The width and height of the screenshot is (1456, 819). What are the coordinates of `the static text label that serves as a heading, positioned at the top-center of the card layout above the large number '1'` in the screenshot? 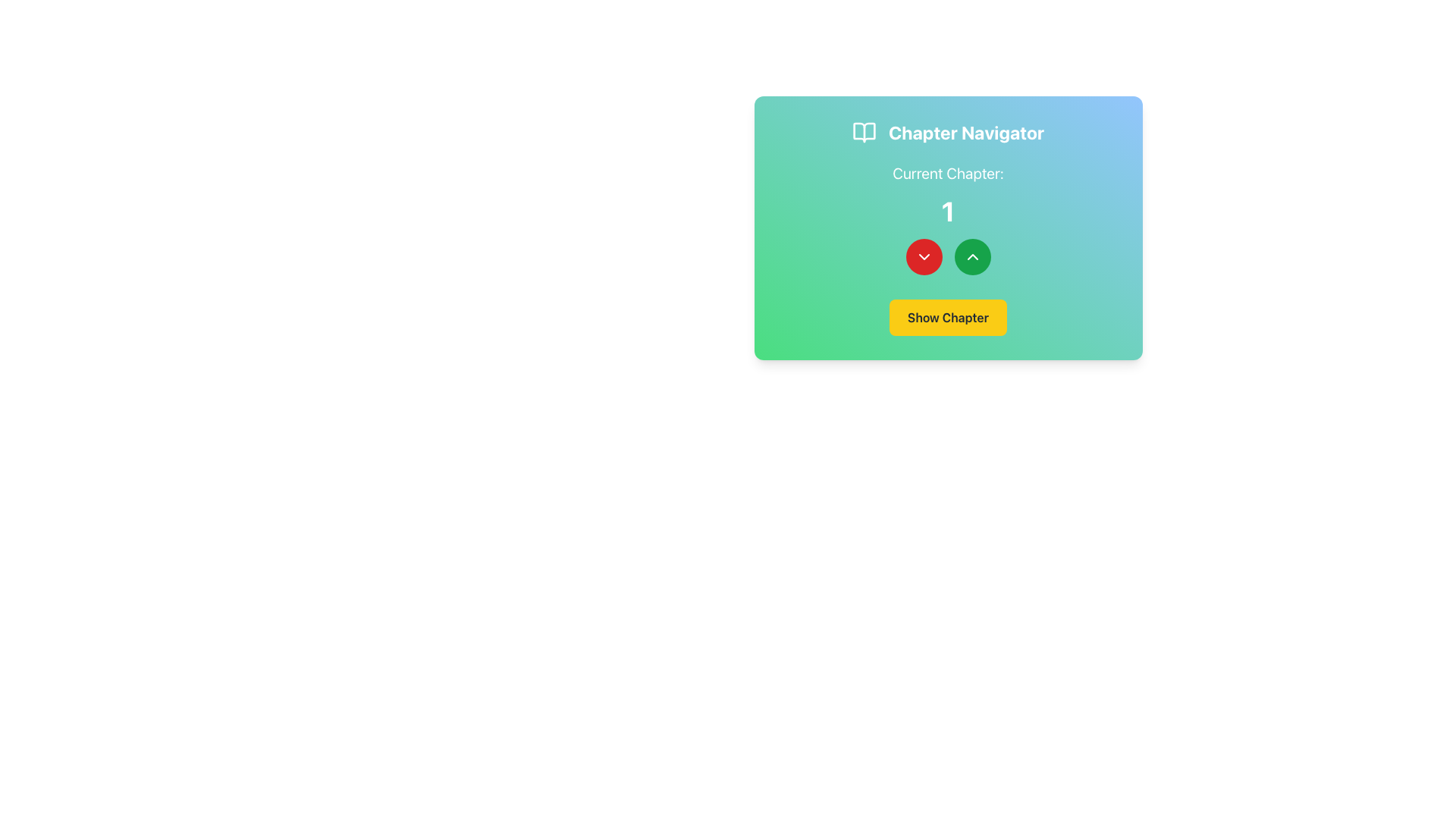 It's located at (947, 172).